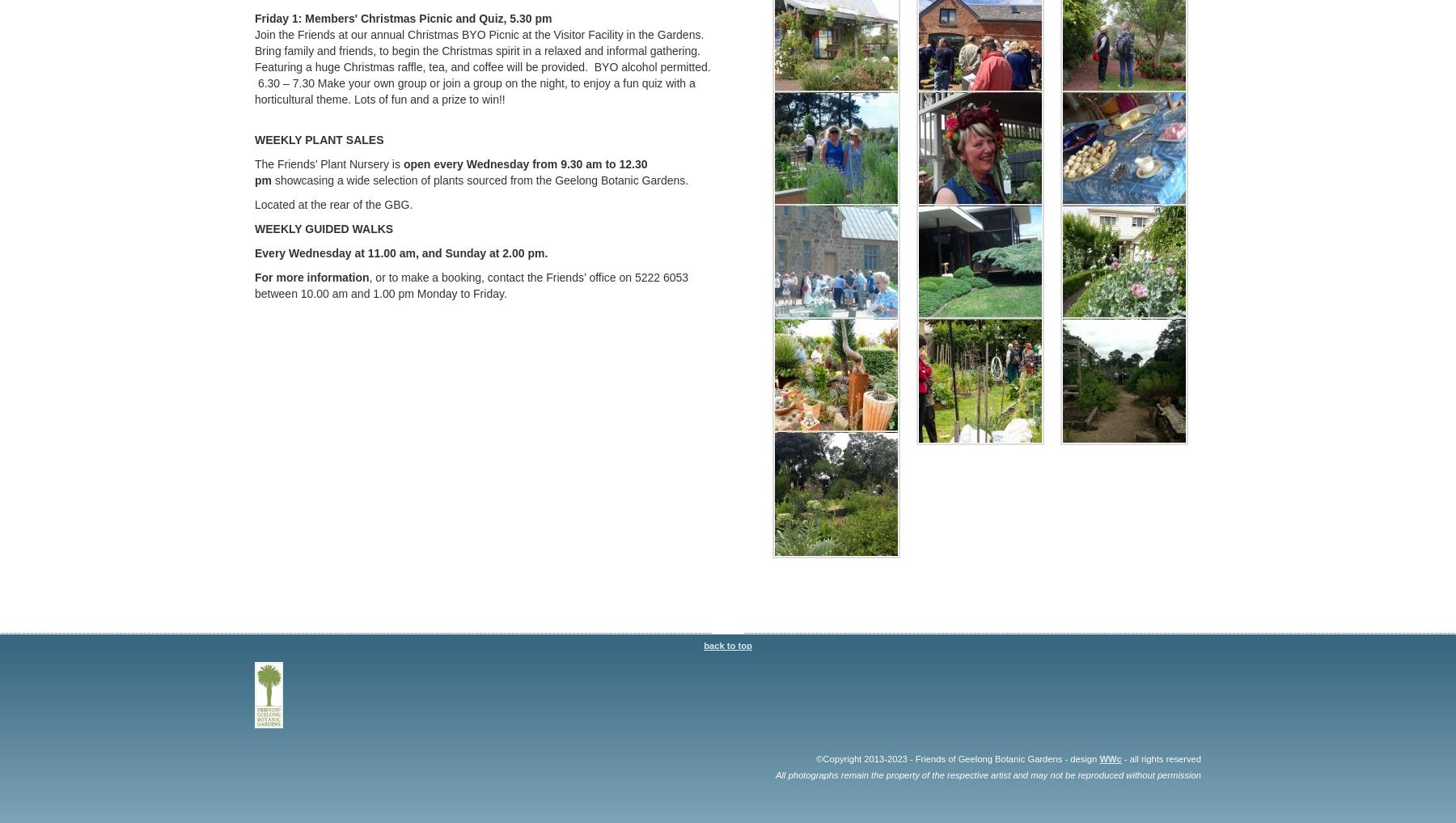 This screenshot has height=823, width=1456. I want to click on '- all rights reserved', so click(1160, 757).